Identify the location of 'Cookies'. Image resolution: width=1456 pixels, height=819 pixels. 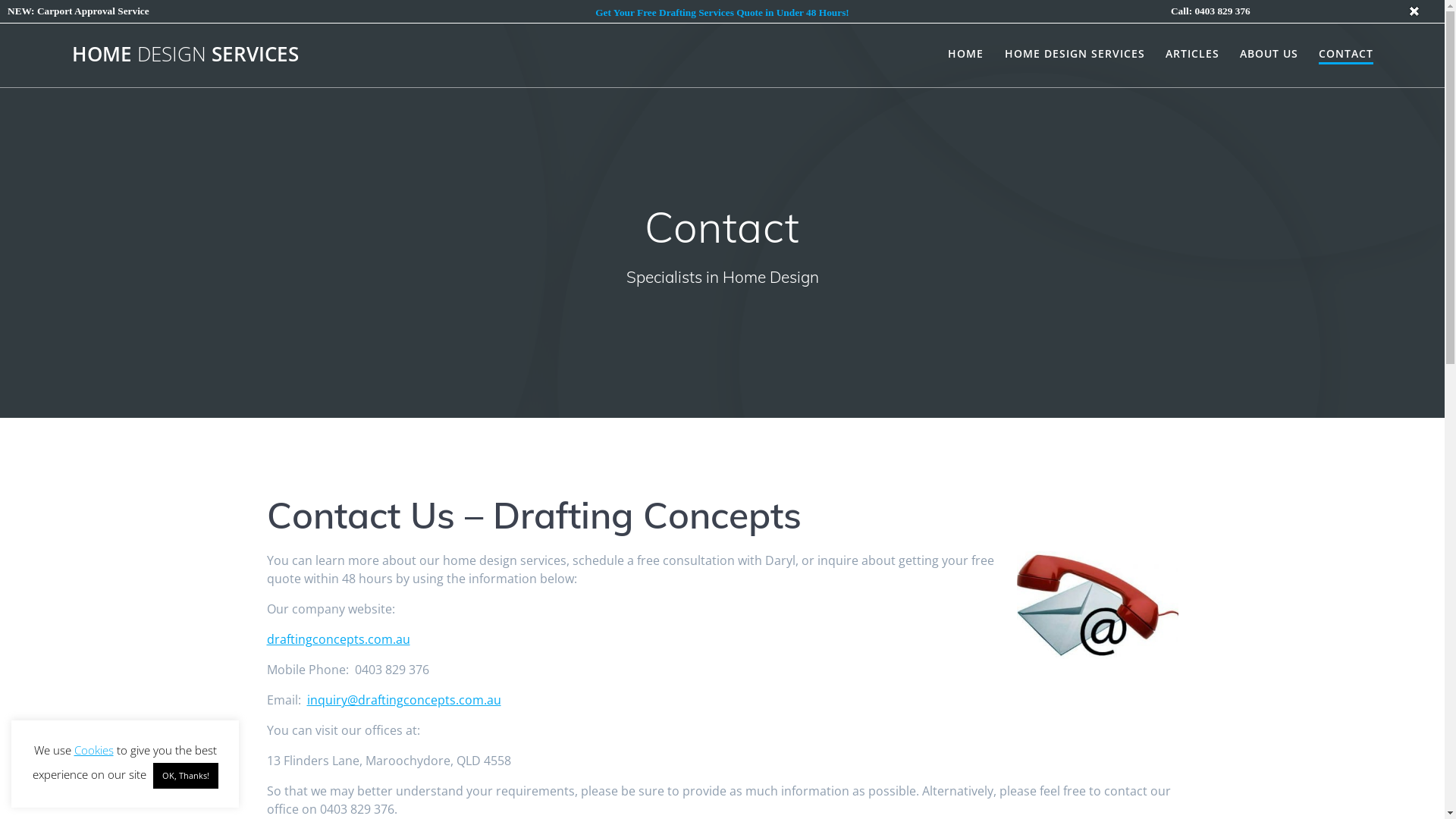
(93, 748).